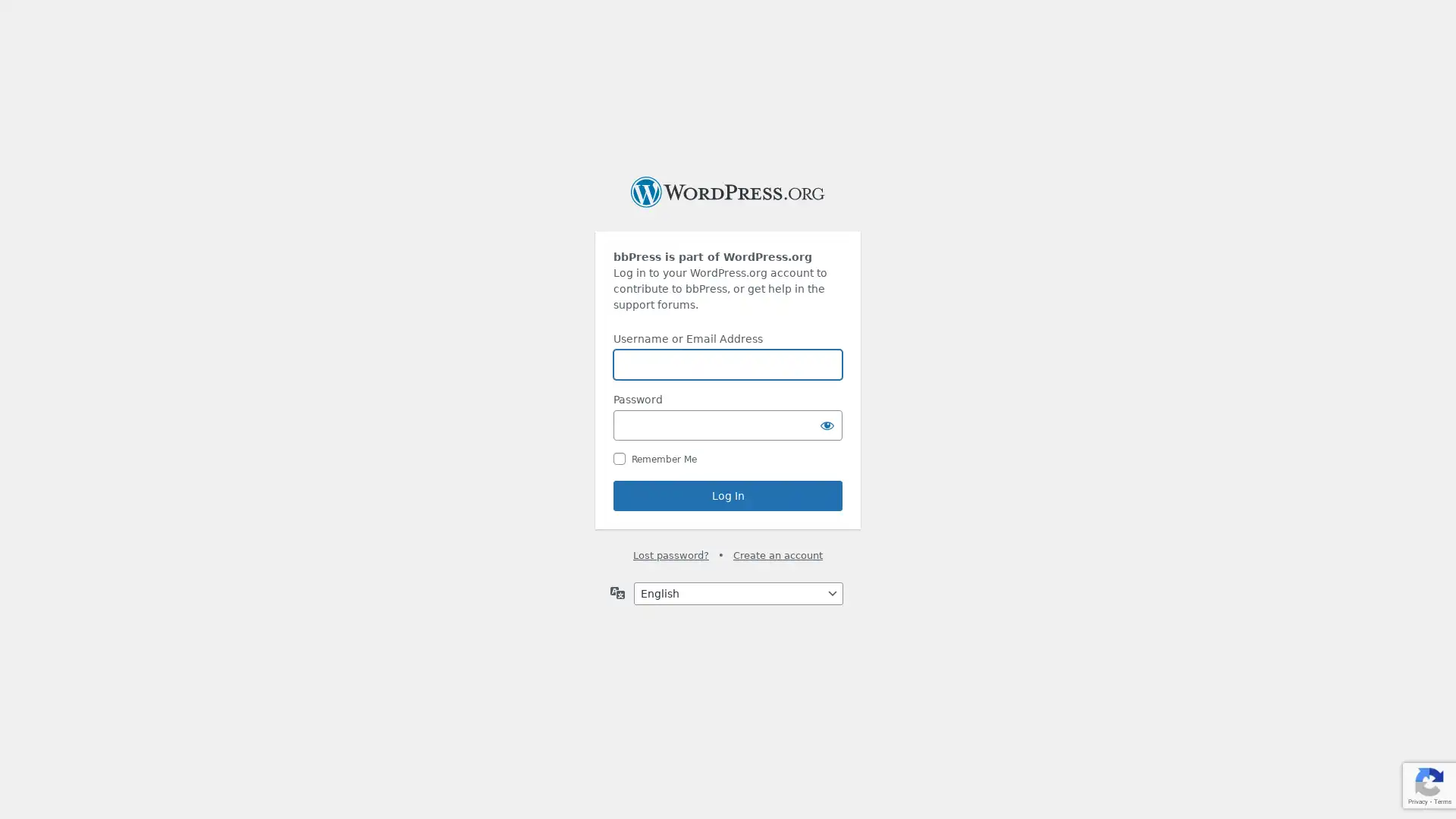 The width and height of the screenshot is (1456, 819). I want to click on Show password, so click(826, 425).